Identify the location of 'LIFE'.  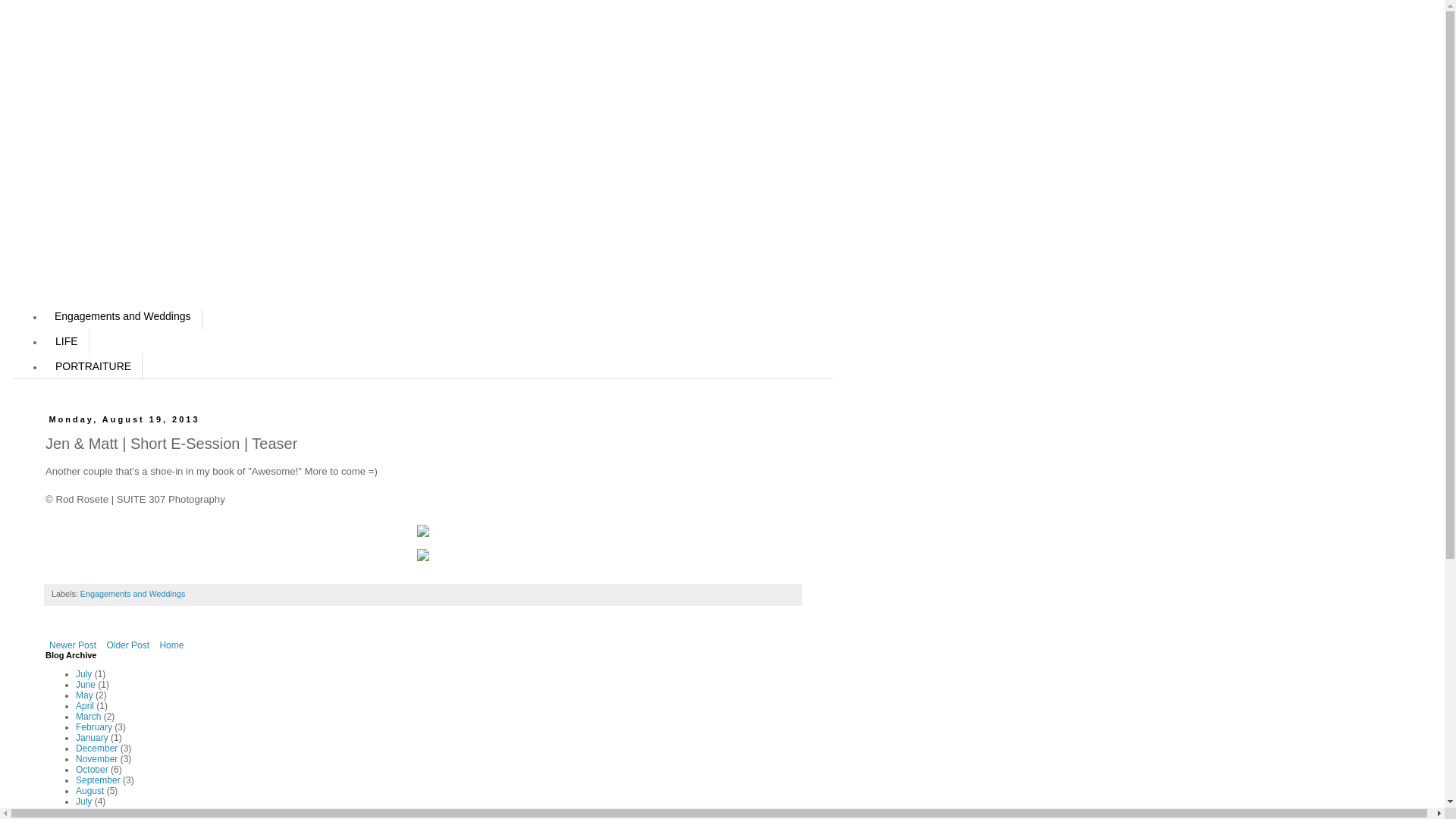
(65, 341).